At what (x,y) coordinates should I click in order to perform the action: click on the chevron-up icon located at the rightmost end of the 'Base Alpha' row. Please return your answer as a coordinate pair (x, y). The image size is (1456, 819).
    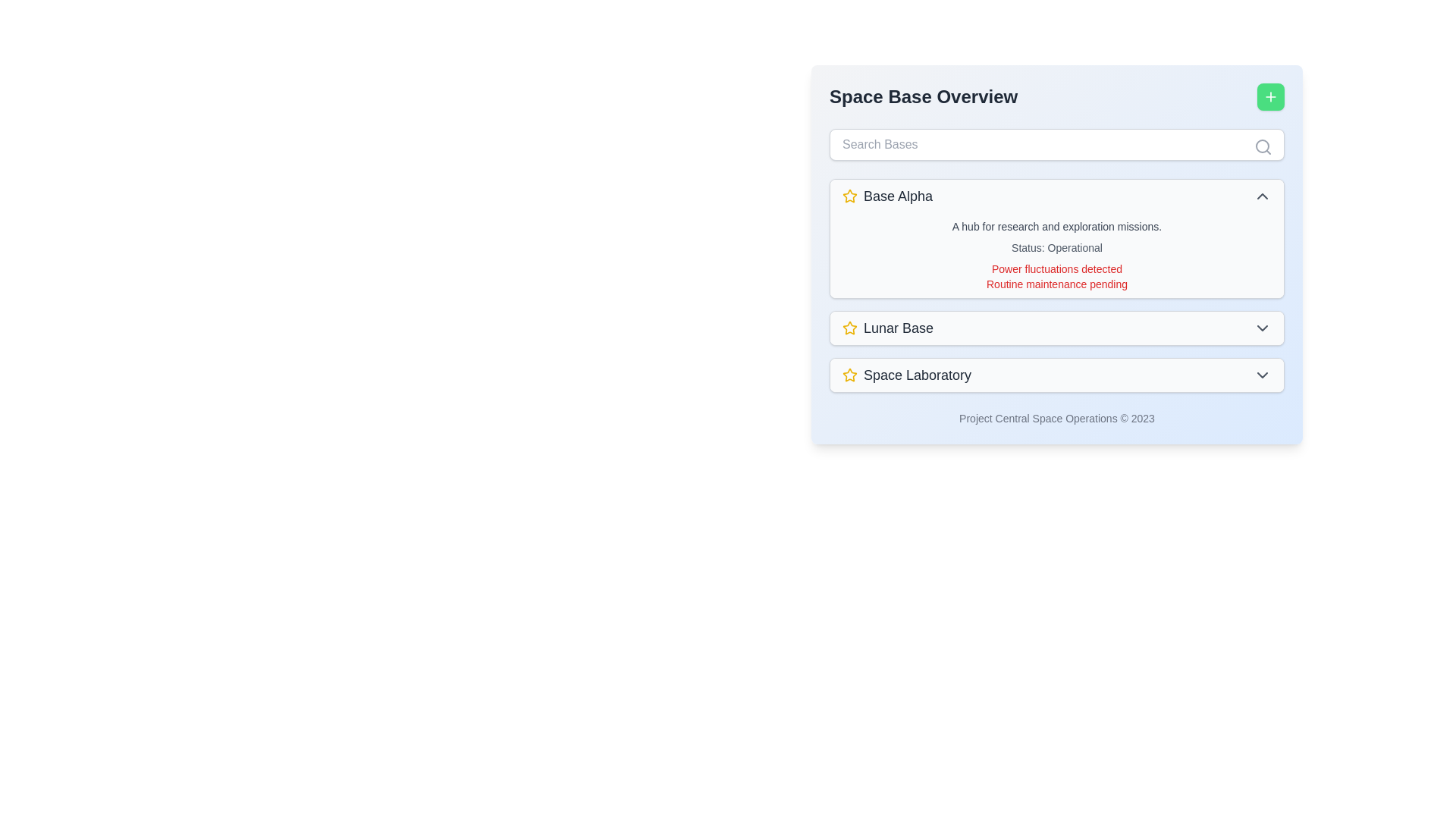
    Looking at the image, I should click on (1263, 195).